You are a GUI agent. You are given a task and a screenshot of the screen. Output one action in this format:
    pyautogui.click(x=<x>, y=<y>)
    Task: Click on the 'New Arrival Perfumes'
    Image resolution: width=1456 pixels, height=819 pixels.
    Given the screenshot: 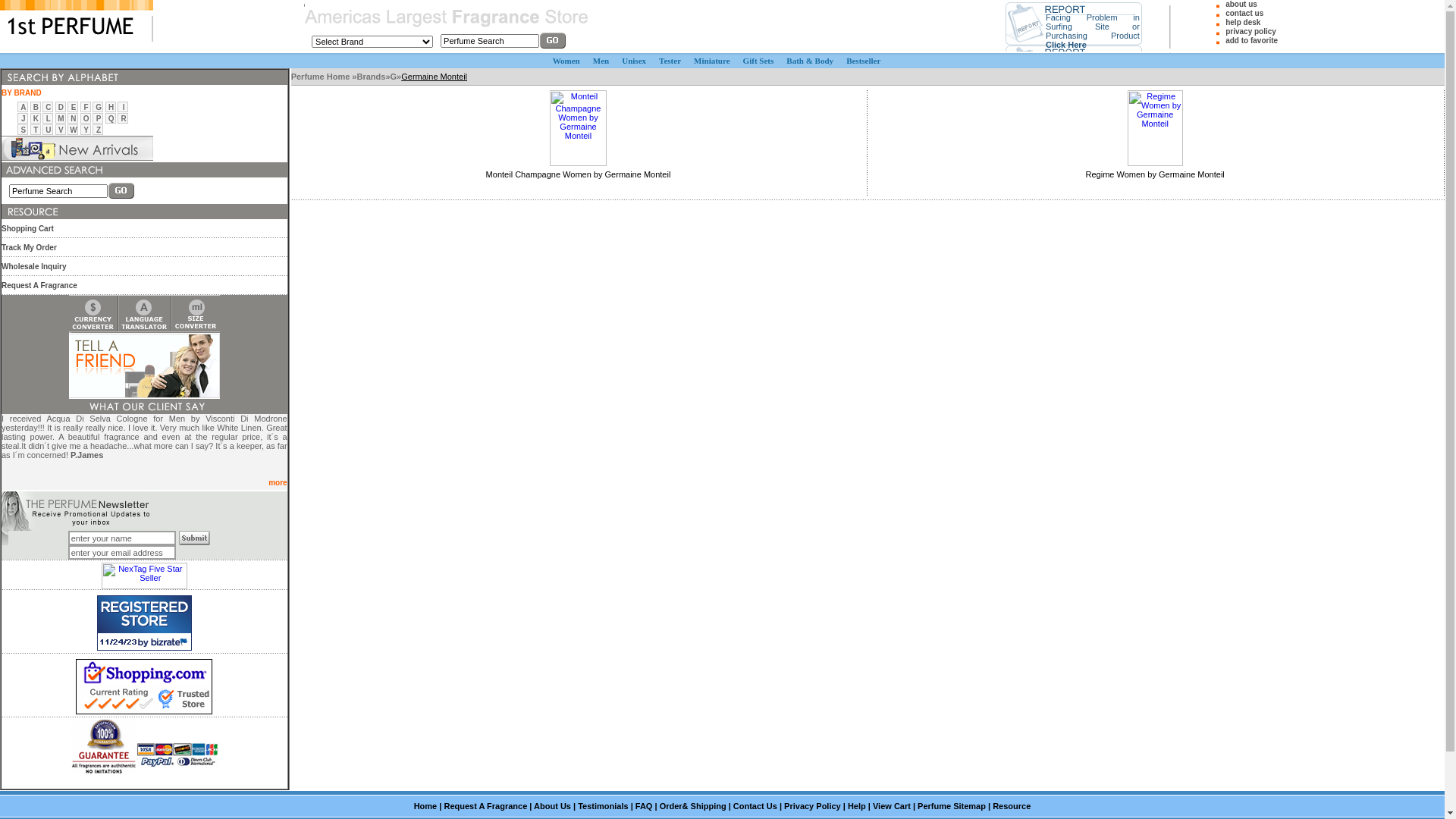 What is the action you would take?
    pyautogui.click(x=76, y=148)
    